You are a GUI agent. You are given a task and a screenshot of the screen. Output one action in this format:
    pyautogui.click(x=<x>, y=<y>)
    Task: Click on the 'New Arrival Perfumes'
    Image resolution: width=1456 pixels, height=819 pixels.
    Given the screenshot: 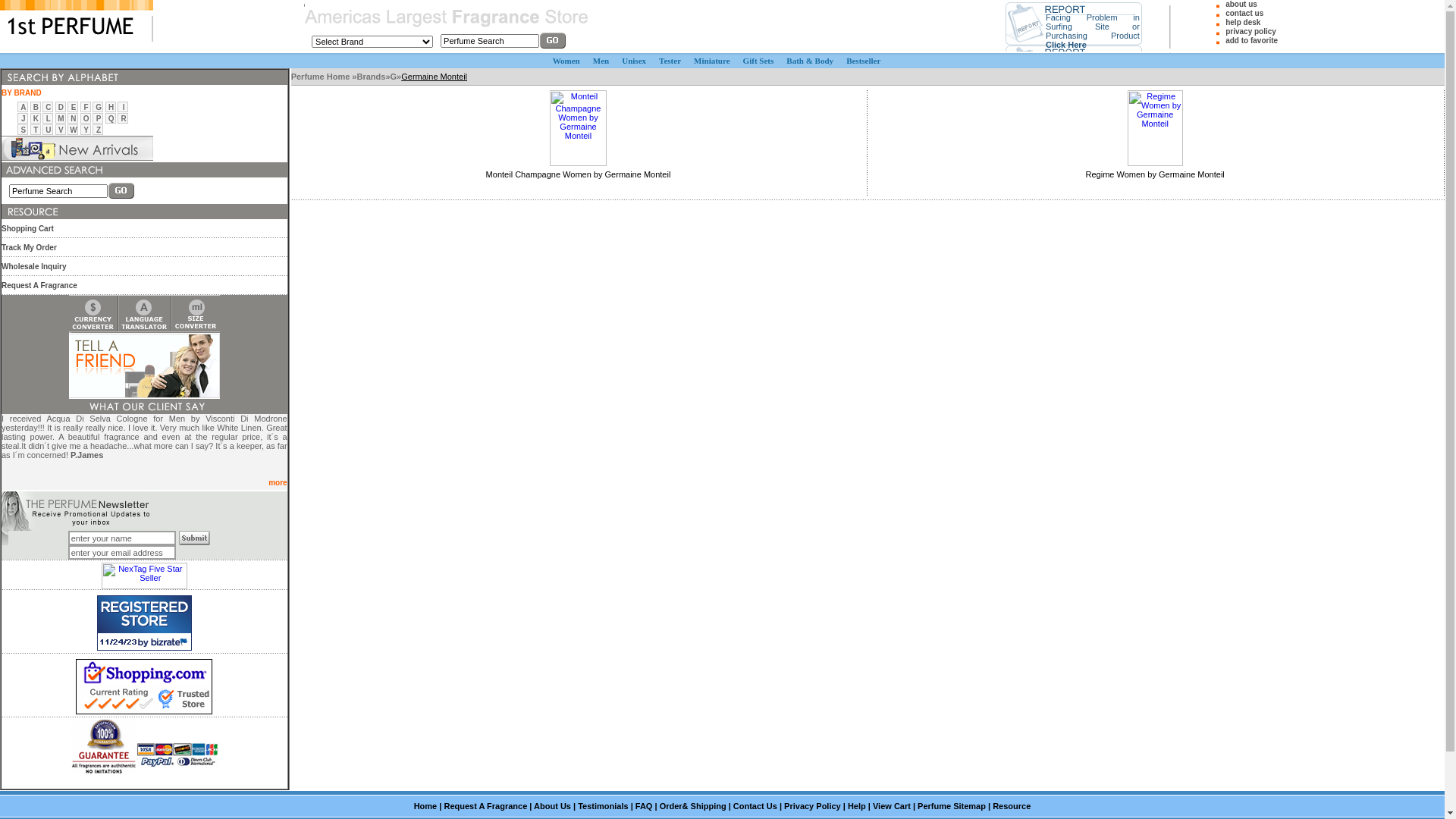 What is the action you would take?
    pyautogui.click(x=76, y=148)
    